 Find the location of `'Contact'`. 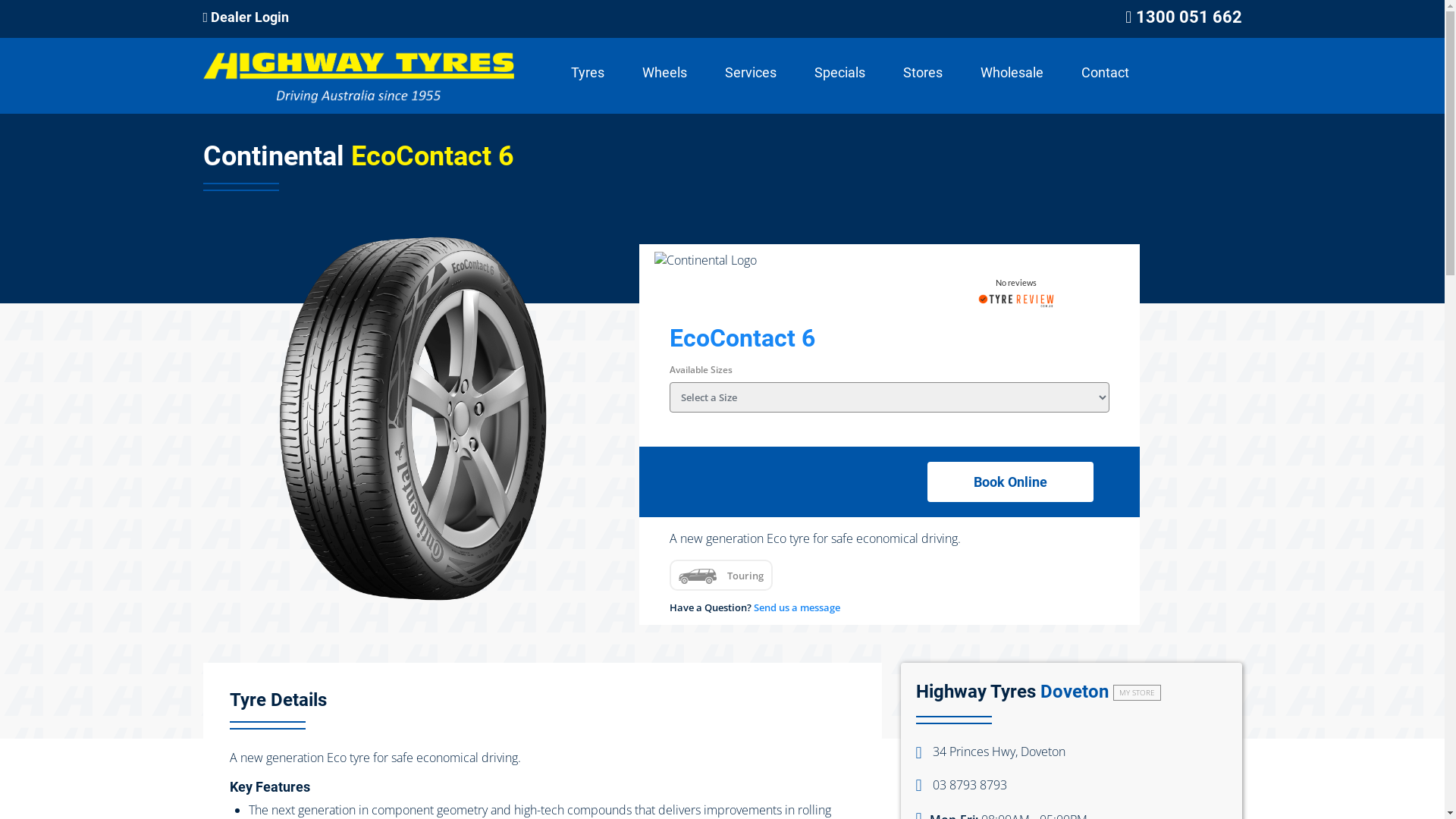

'Contact' is located at coordinates (1105, 72).